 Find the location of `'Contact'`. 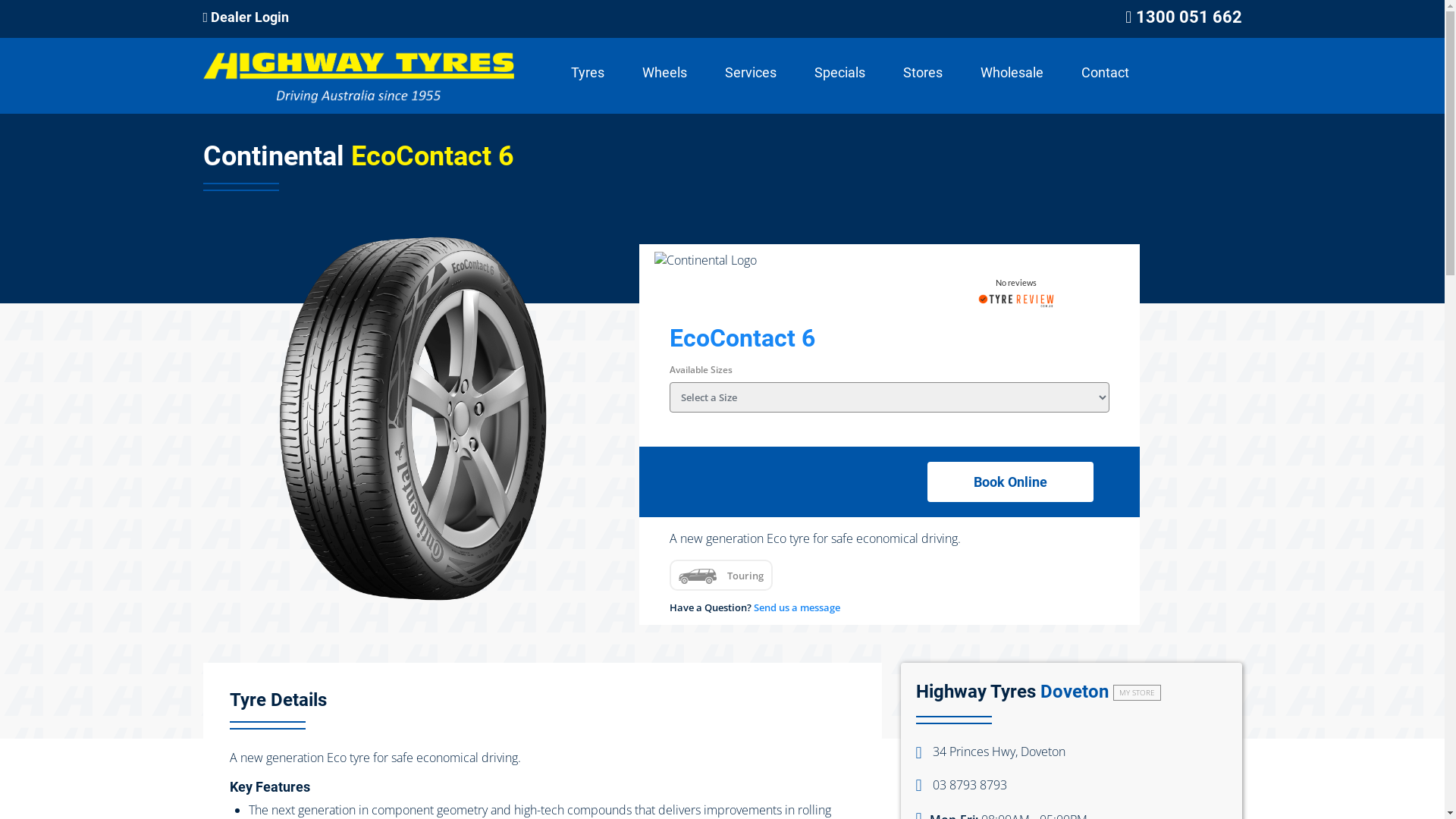

'Contact' is located at coordinates (1105, 72).